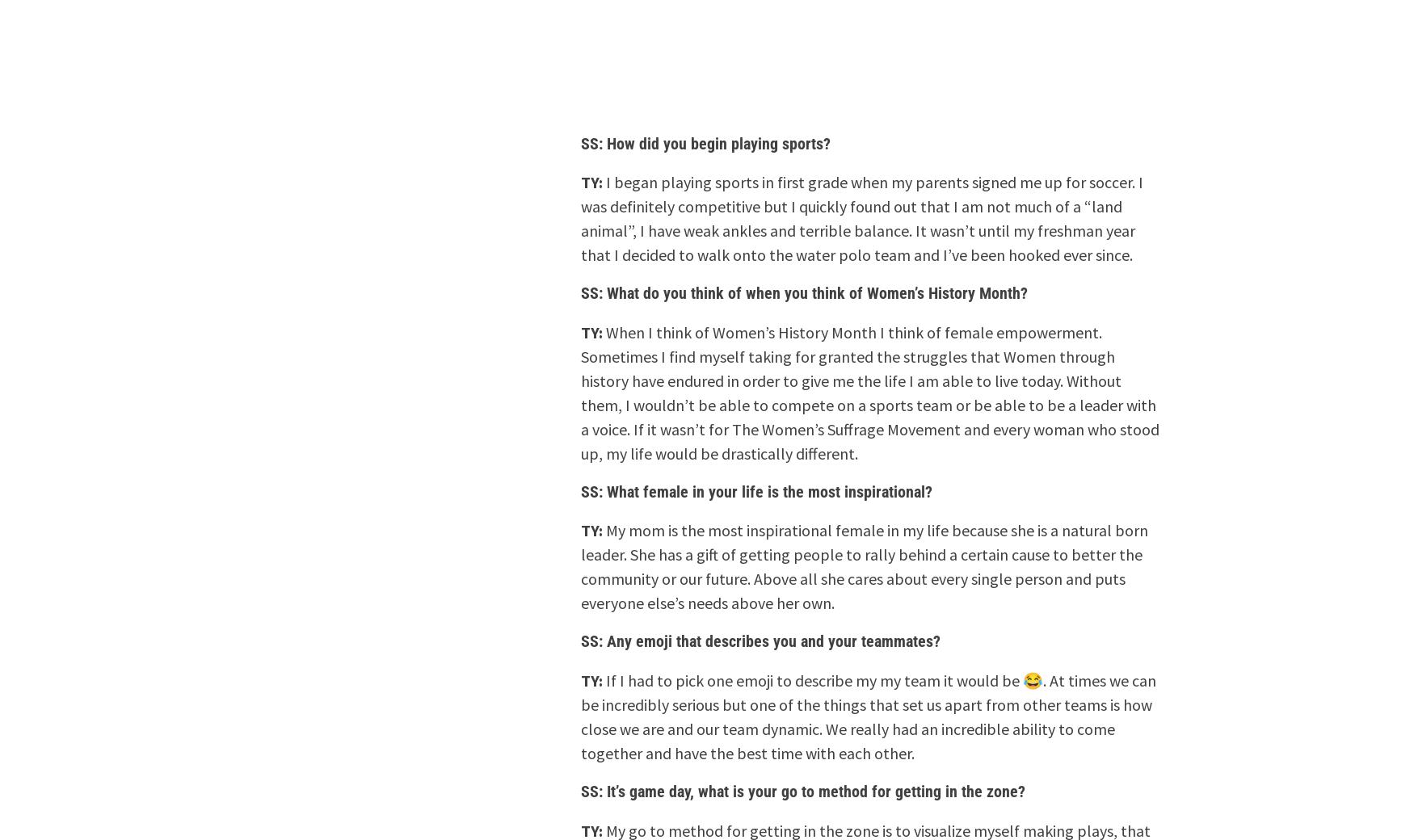  What do you see at coordinates (802, 790) in the screenshot?
I see `'SS: It’s game day, what is your go to method for getting in the zone?'` at bounding box center [802, 790].